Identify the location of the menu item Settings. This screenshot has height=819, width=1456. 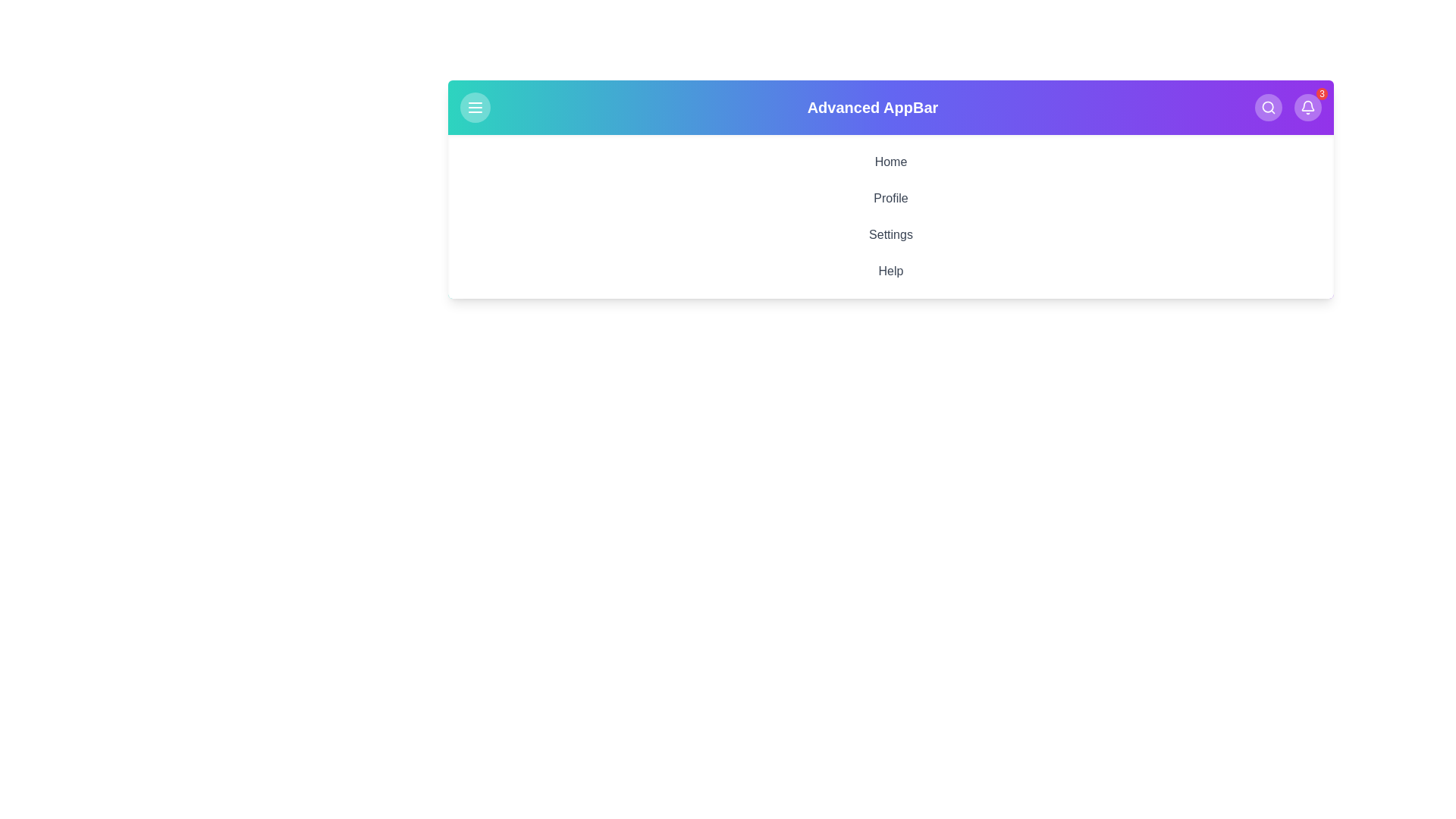
(891, 234).